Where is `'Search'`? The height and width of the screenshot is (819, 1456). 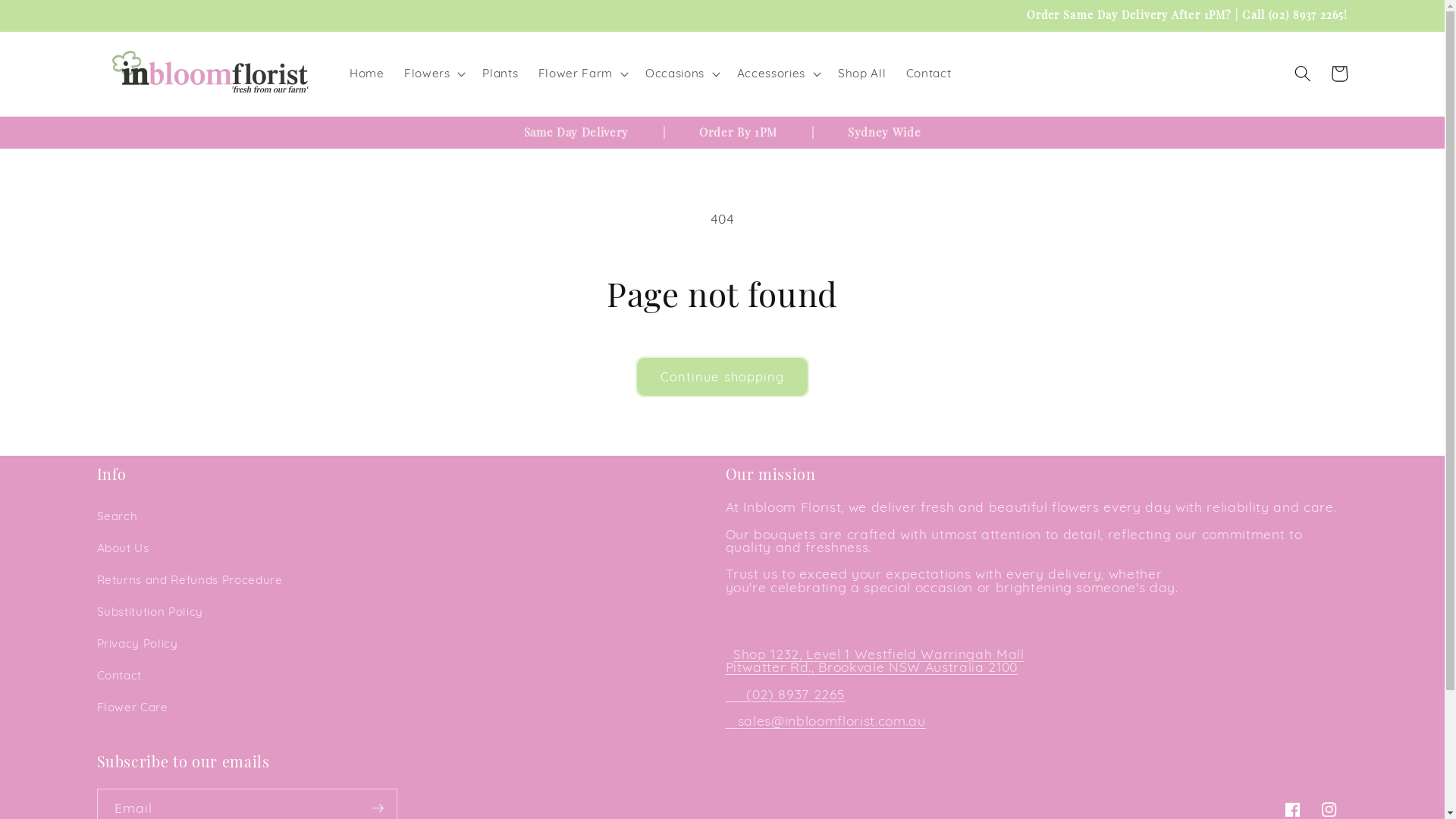
'Search' is located at coordinates (116, 516).